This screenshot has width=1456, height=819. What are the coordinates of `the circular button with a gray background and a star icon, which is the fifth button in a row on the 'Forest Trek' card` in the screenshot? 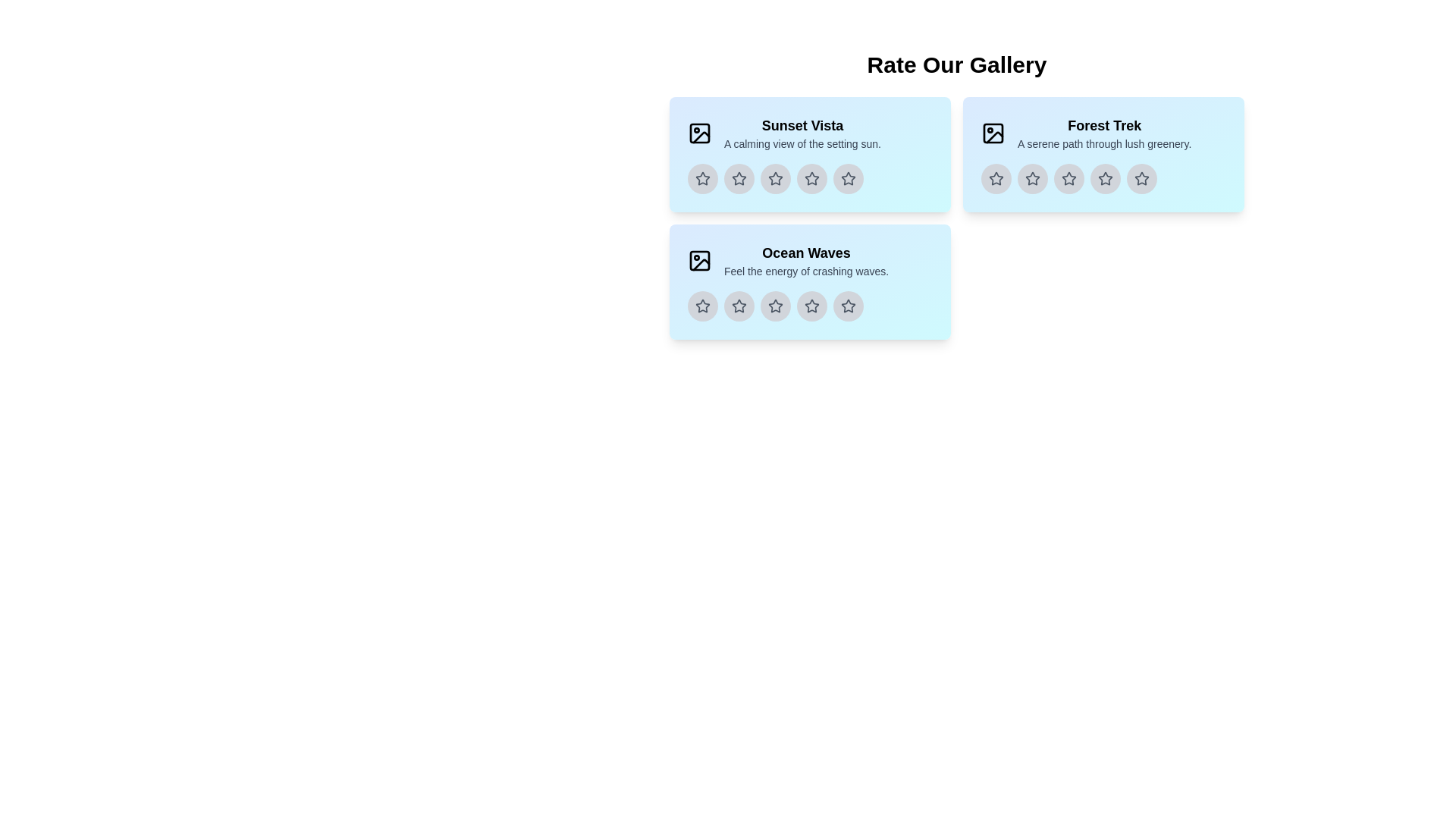 It's located at (1142, 177).